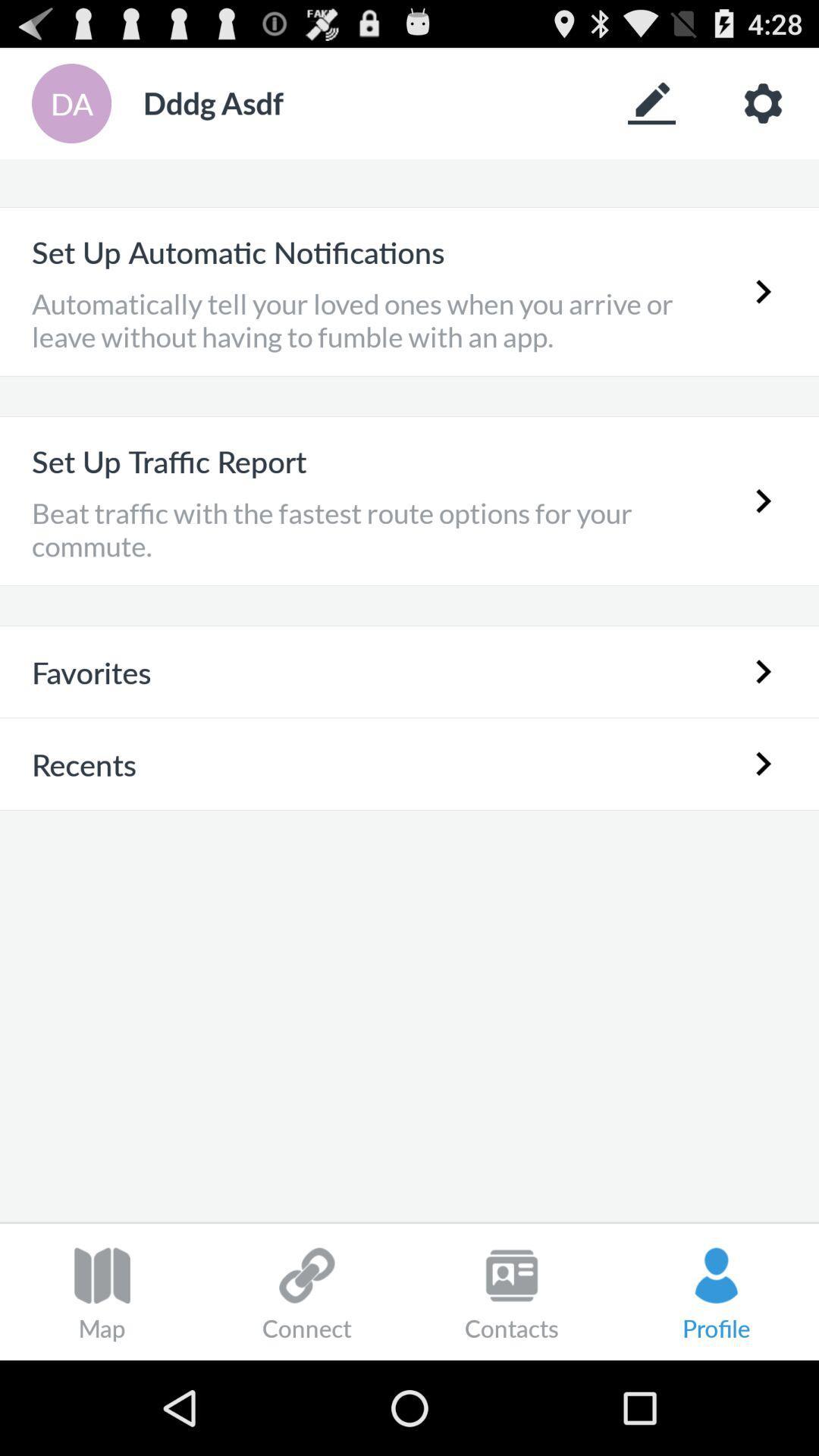 This screenshot has height=1456, width=819. What do you see at coordinates (651, 102) in the screenshot?
I see `edit` at bounding box center [651, 102].